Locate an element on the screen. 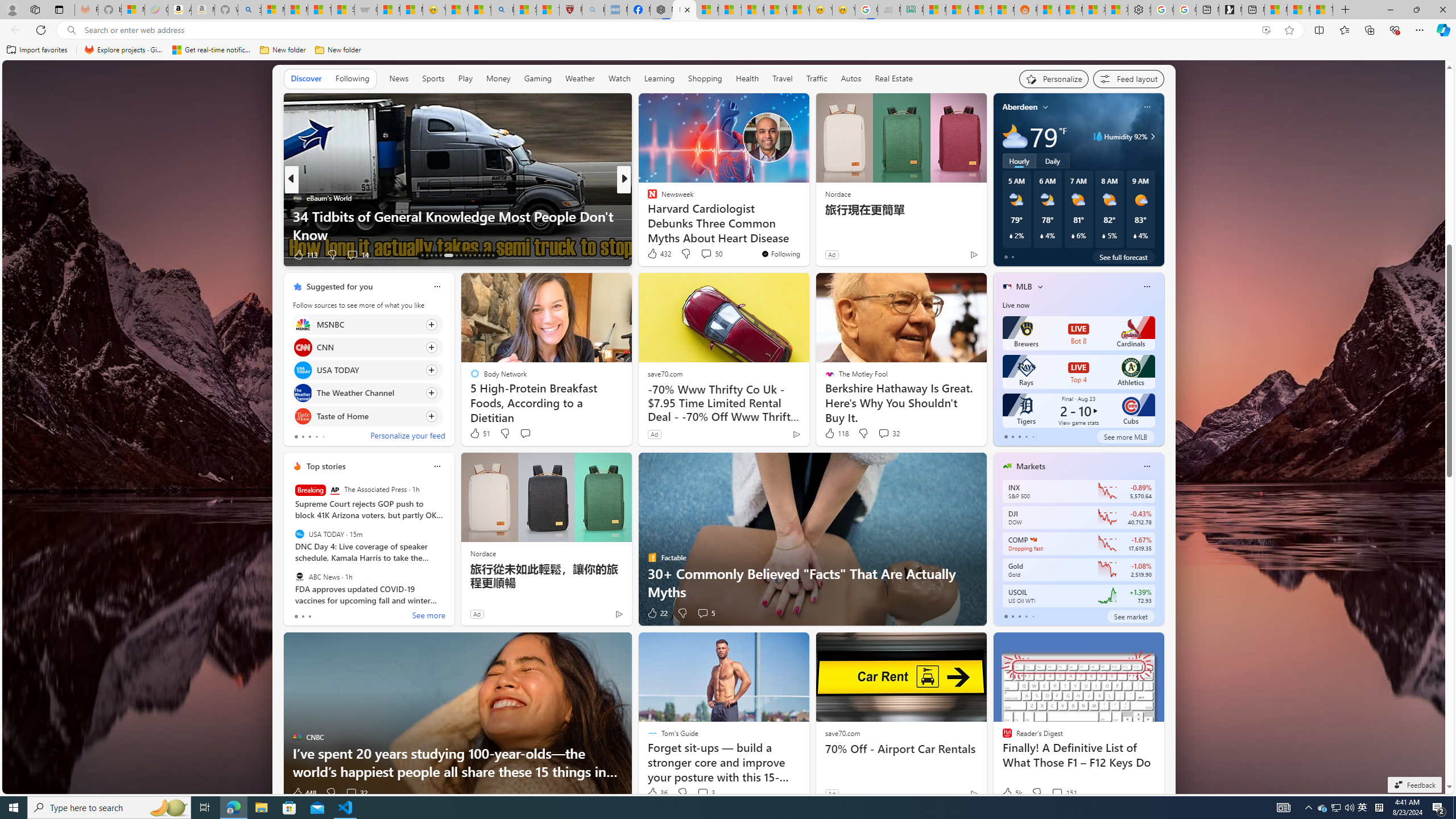  'Sports' is located at coordinates (433, 78).